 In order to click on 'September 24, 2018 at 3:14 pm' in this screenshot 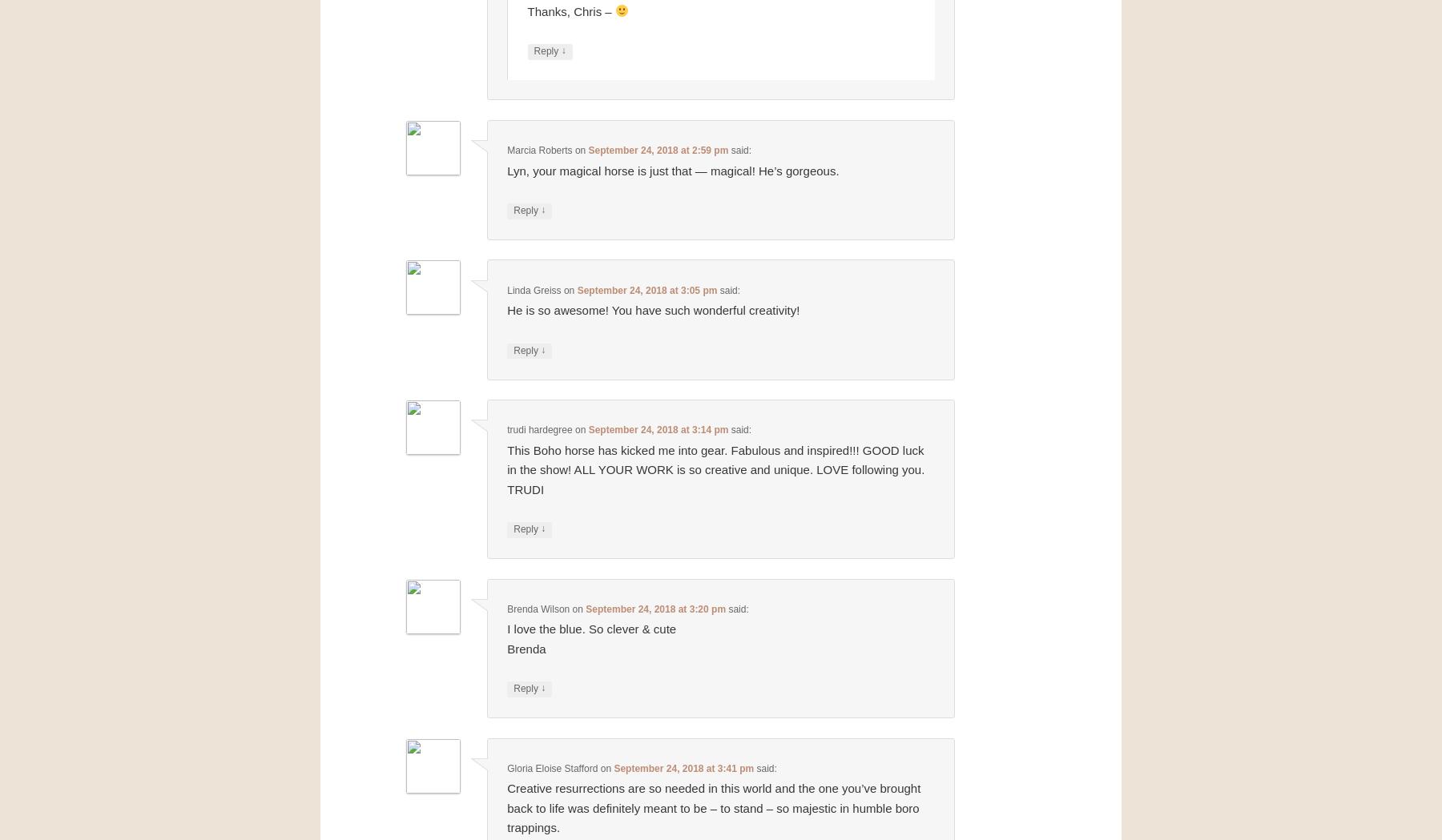, I will do `click(658, 429)`.